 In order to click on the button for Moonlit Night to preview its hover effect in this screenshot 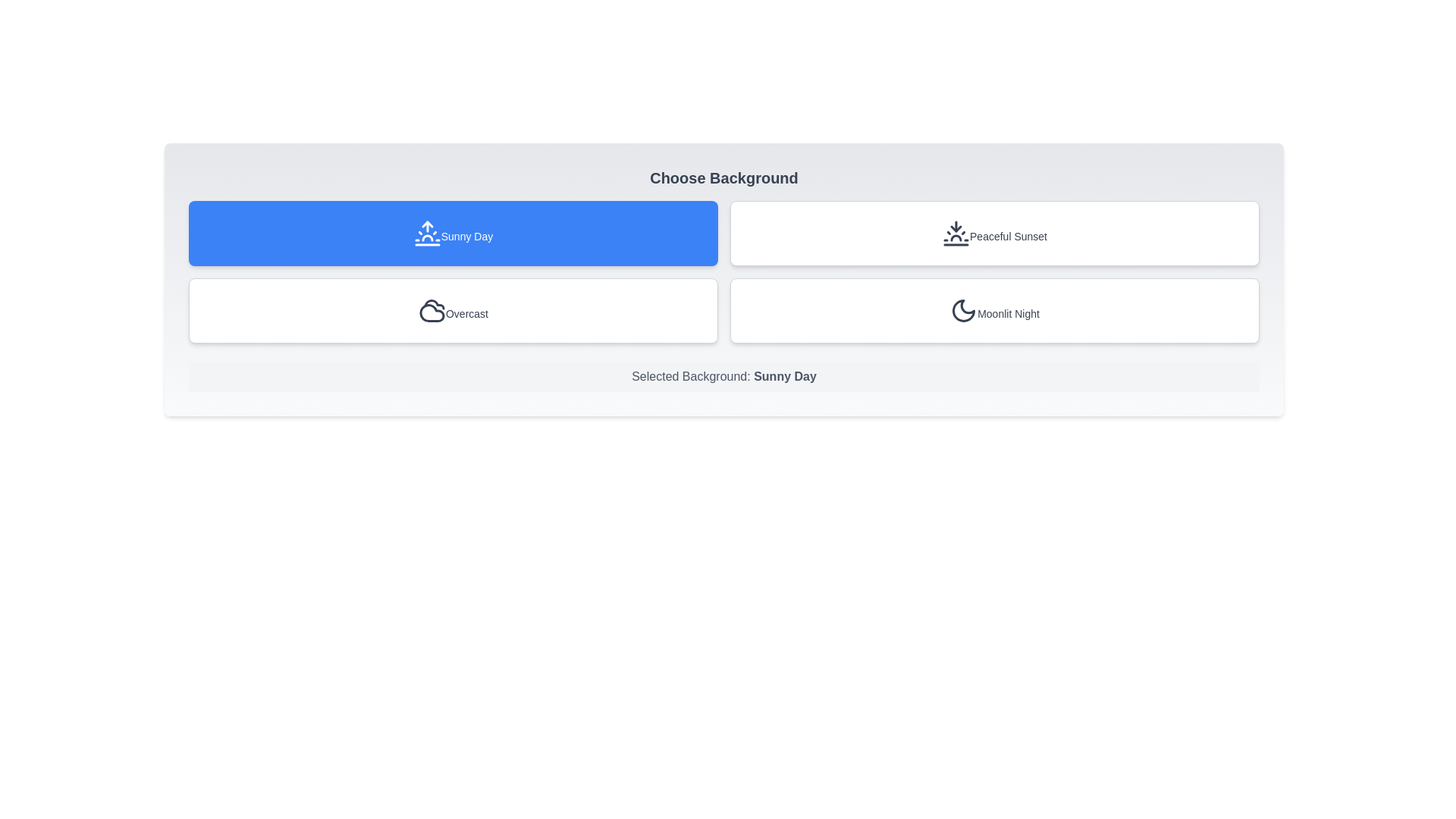, I will do `click(994, 309)`.